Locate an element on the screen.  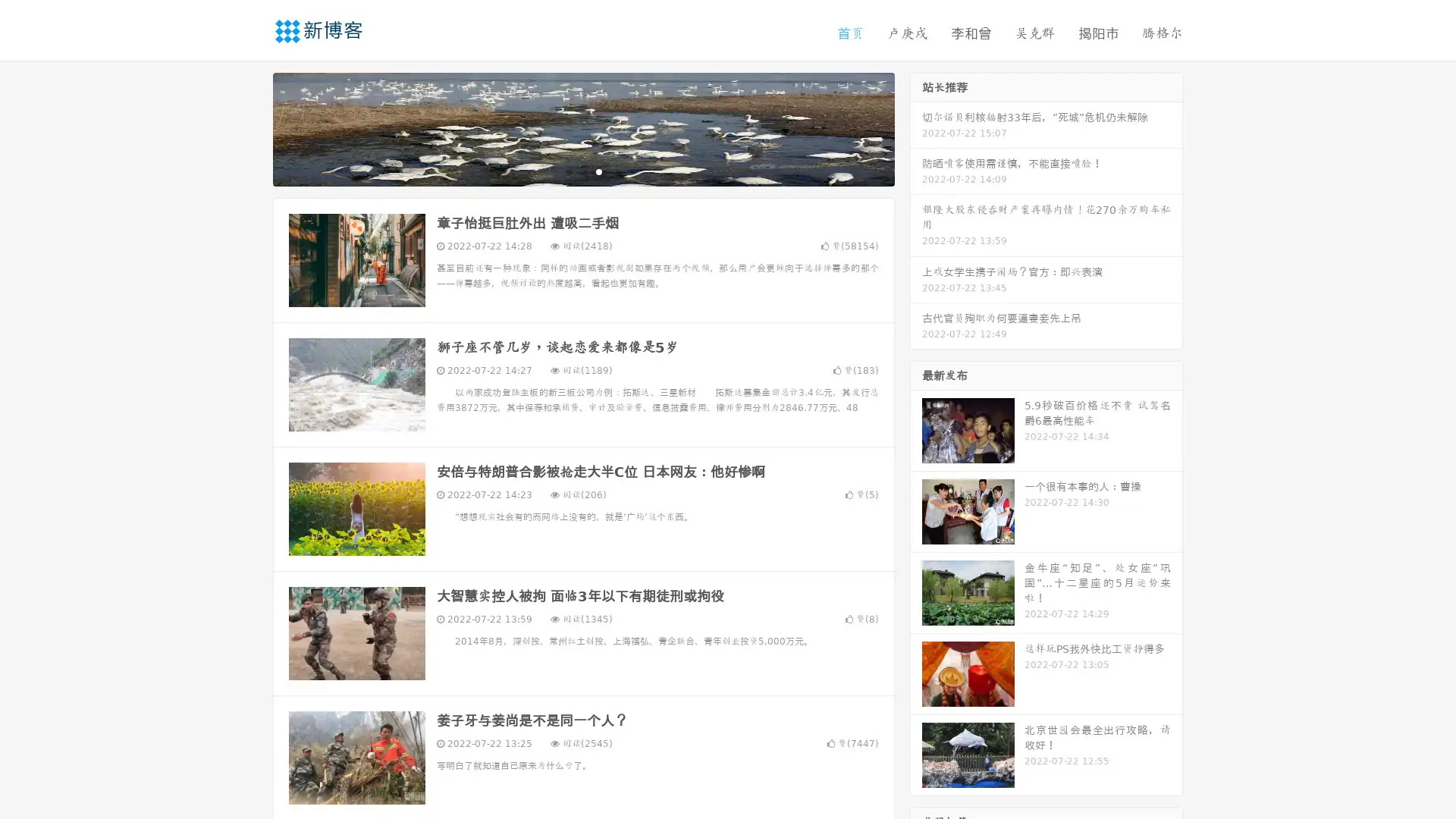
Previous slide is located at coordinates (250, 127).